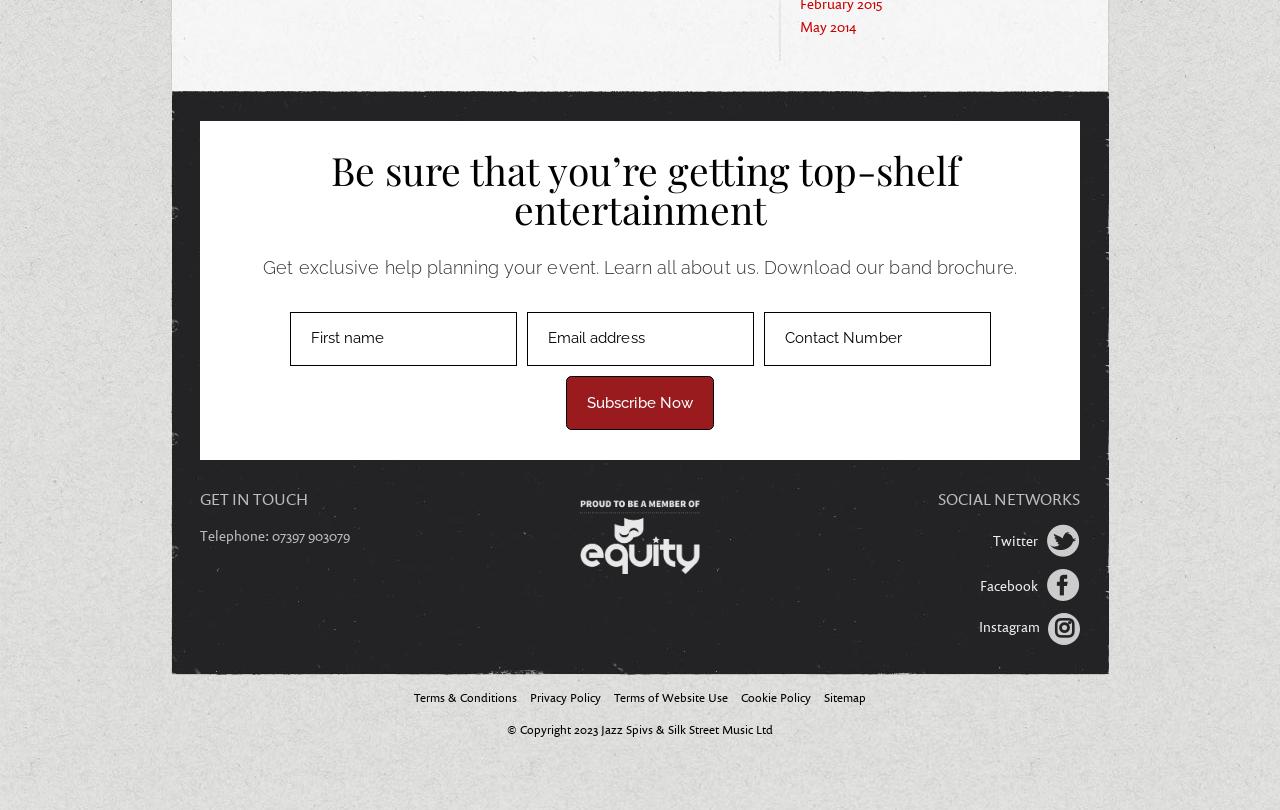 Image resolution: width=1280 pixels, height=810 pixels. Describe the element at coordinates (638, 401) in the screenshot. I see `'Subscribe Now'` at that location.